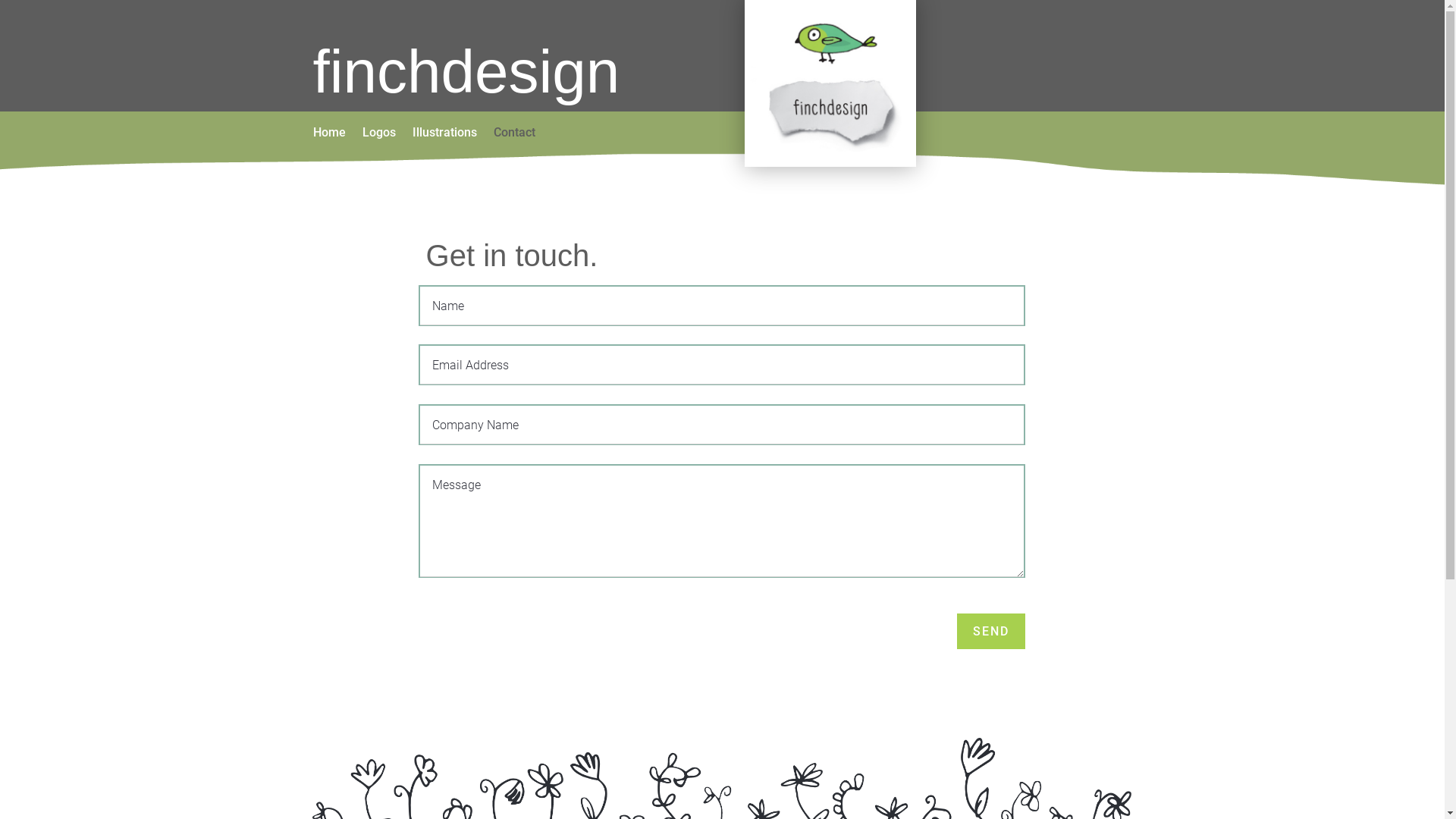 The width and height of the screenshot is (1456, 819). Describe the element at coordinates (378, 134) in the screenshot. I see `'Logos'` at that location.